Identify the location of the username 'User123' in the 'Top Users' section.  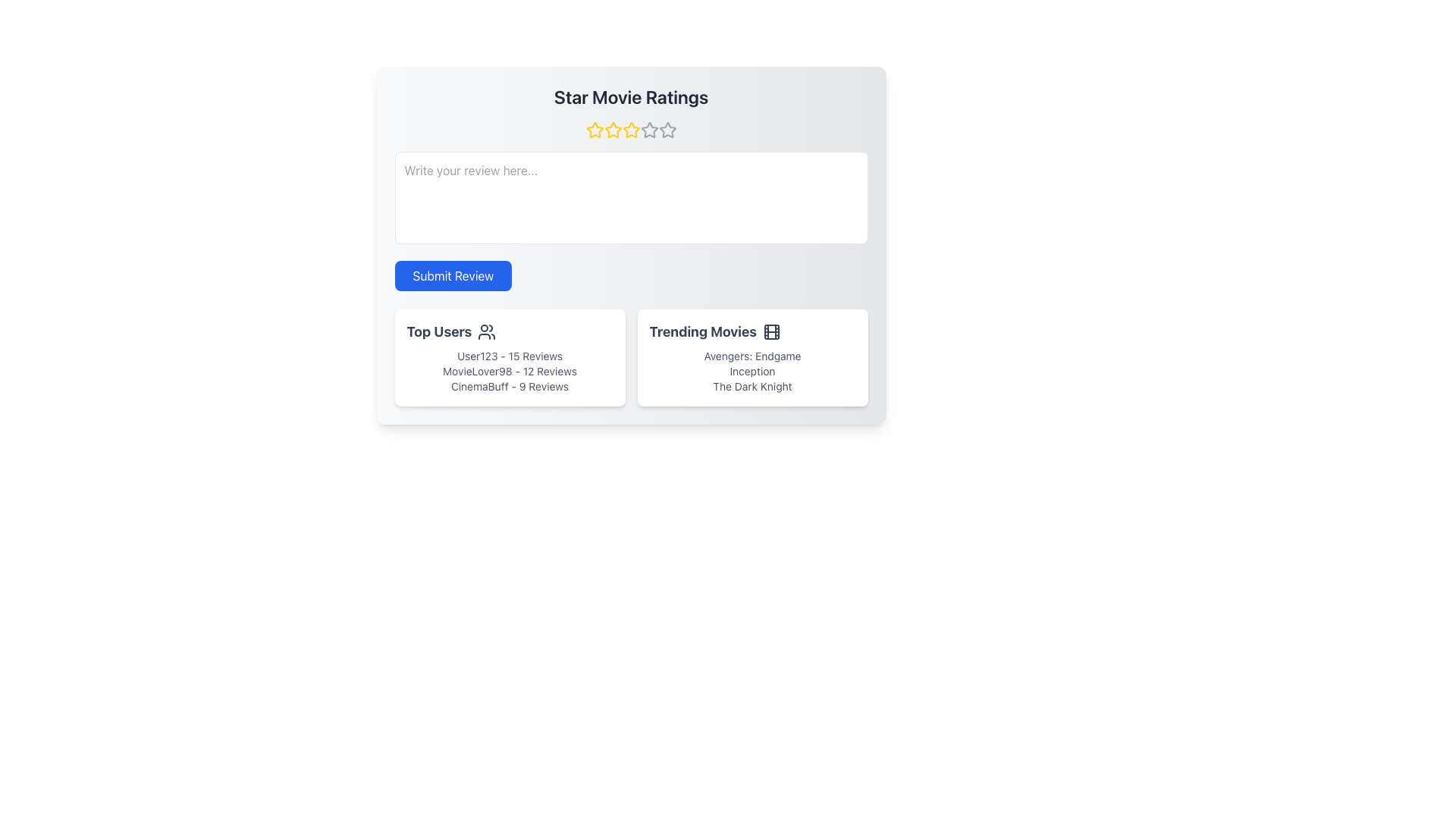
(510, 356).